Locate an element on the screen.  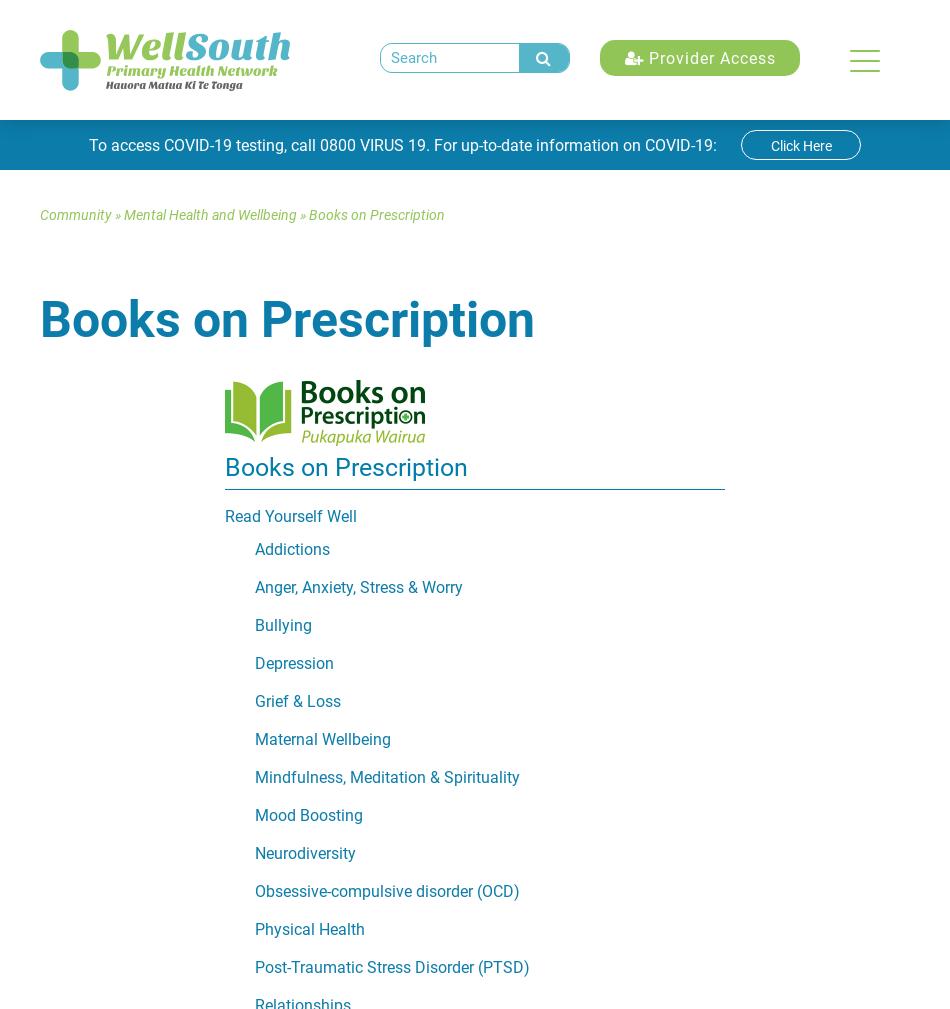
'Grief & Loss' is located at coordinates (297, 701).